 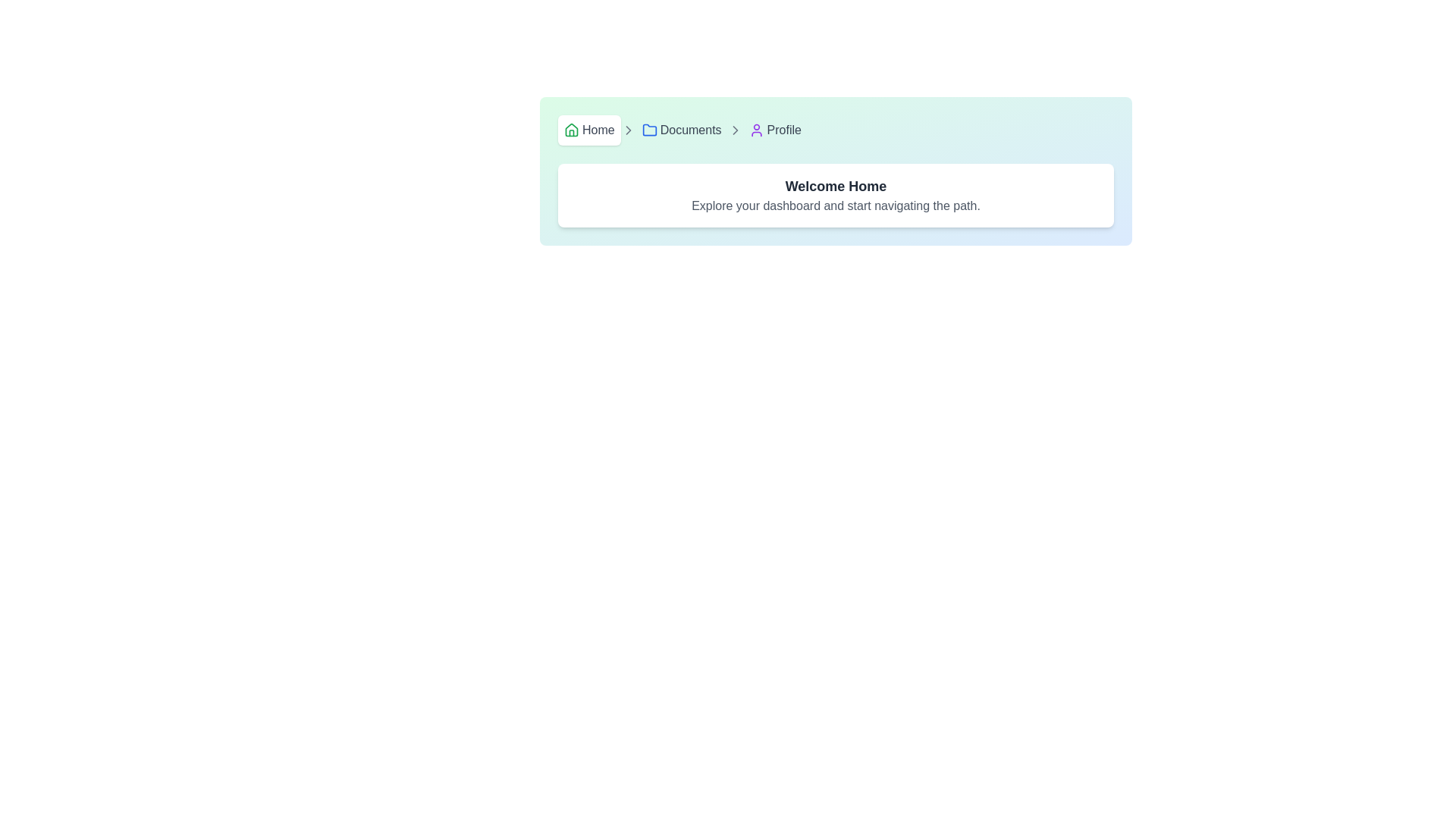 I want to click on the informational panel that serves as an introduction or welcome message to users, providing guidance and context for the dashboard, located below the Breadcrumb UI component, so click(x=835, y=195).